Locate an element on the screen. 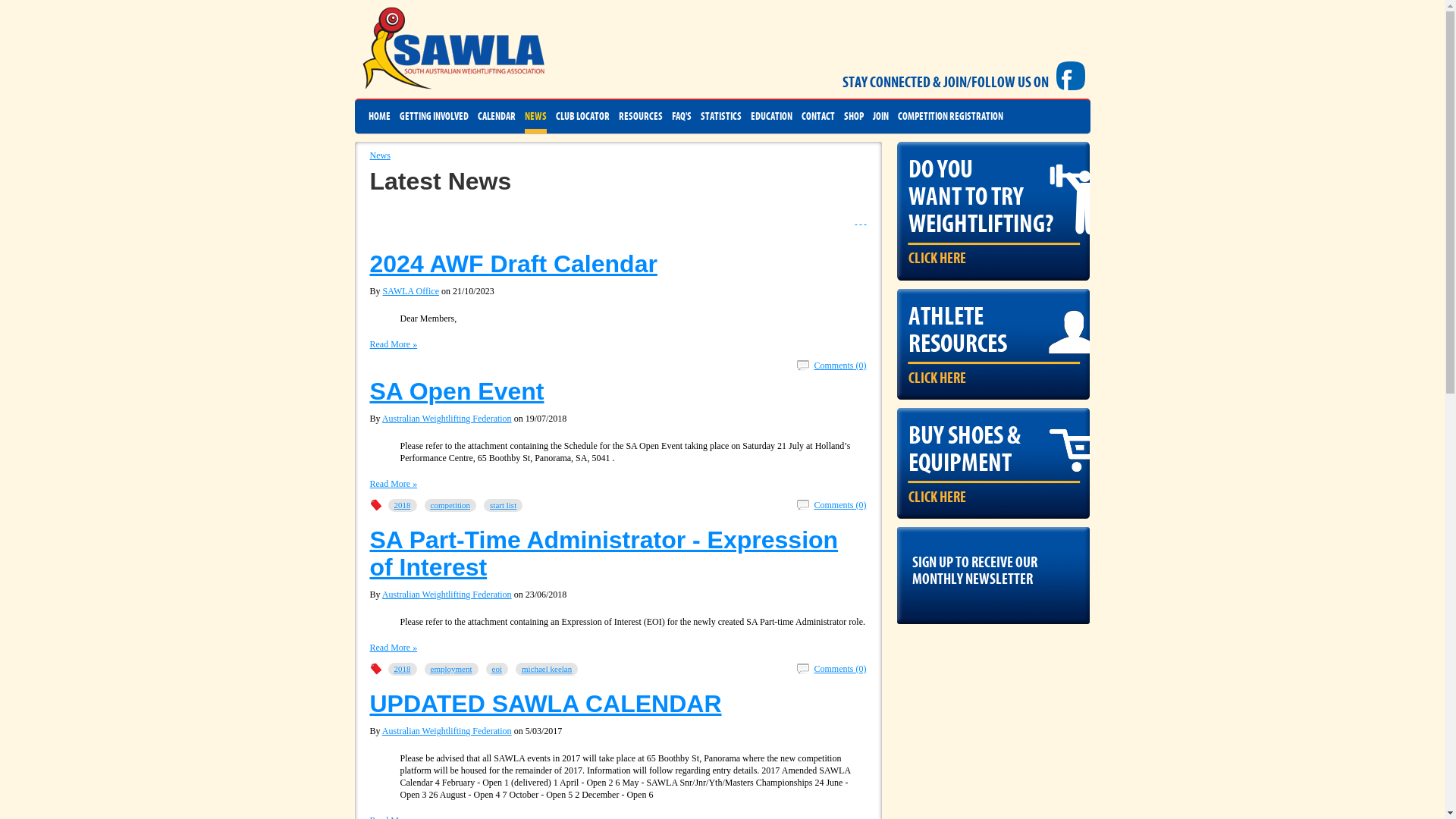  'michael keelan' is located at coordinates (546, 668).